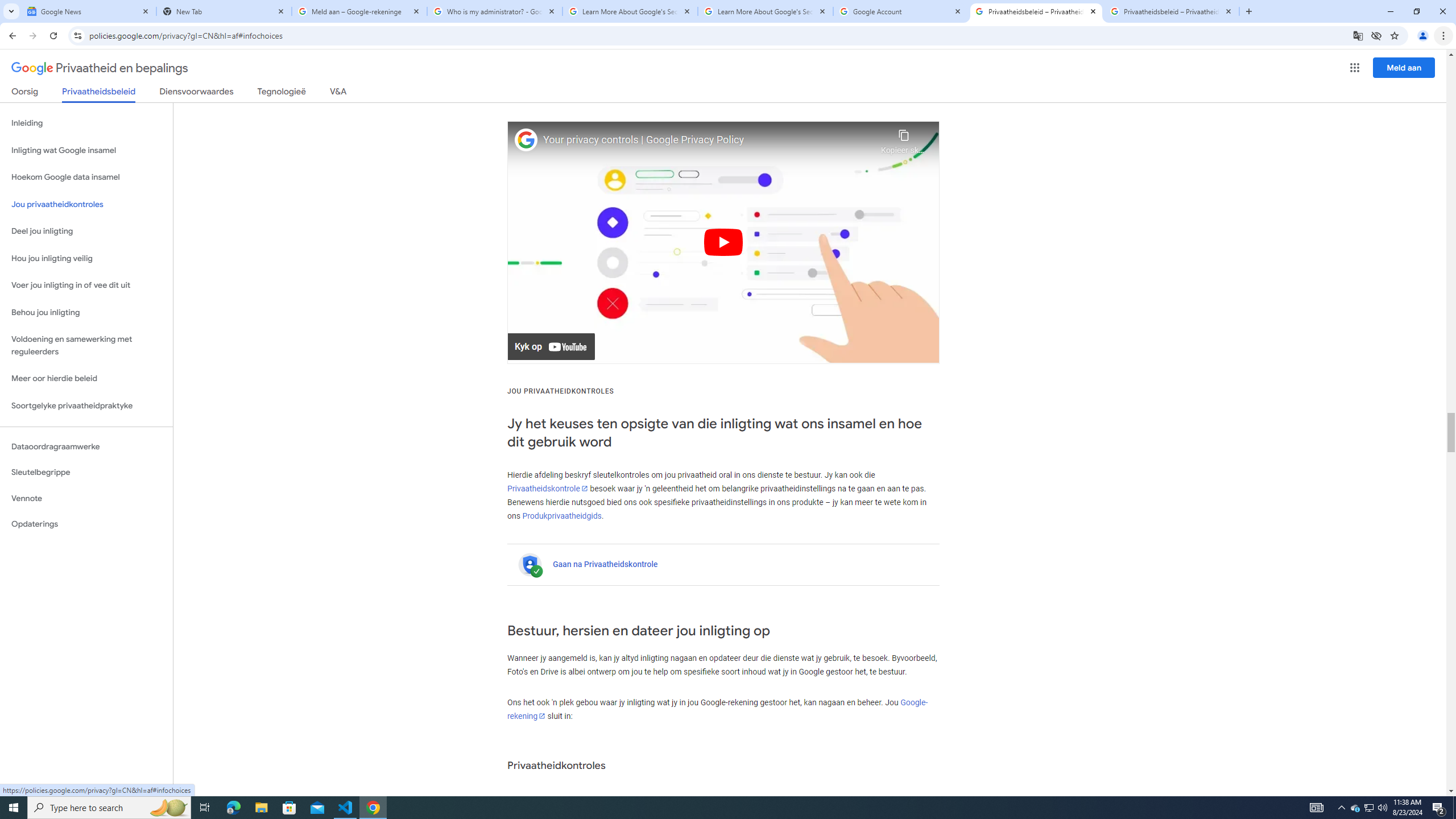 The width and height of the screenshot is (1456, 819). Describe the element at coordinates (86, 150) in the screenshot. I see `'Inligting wat Google insamel'` at that location.